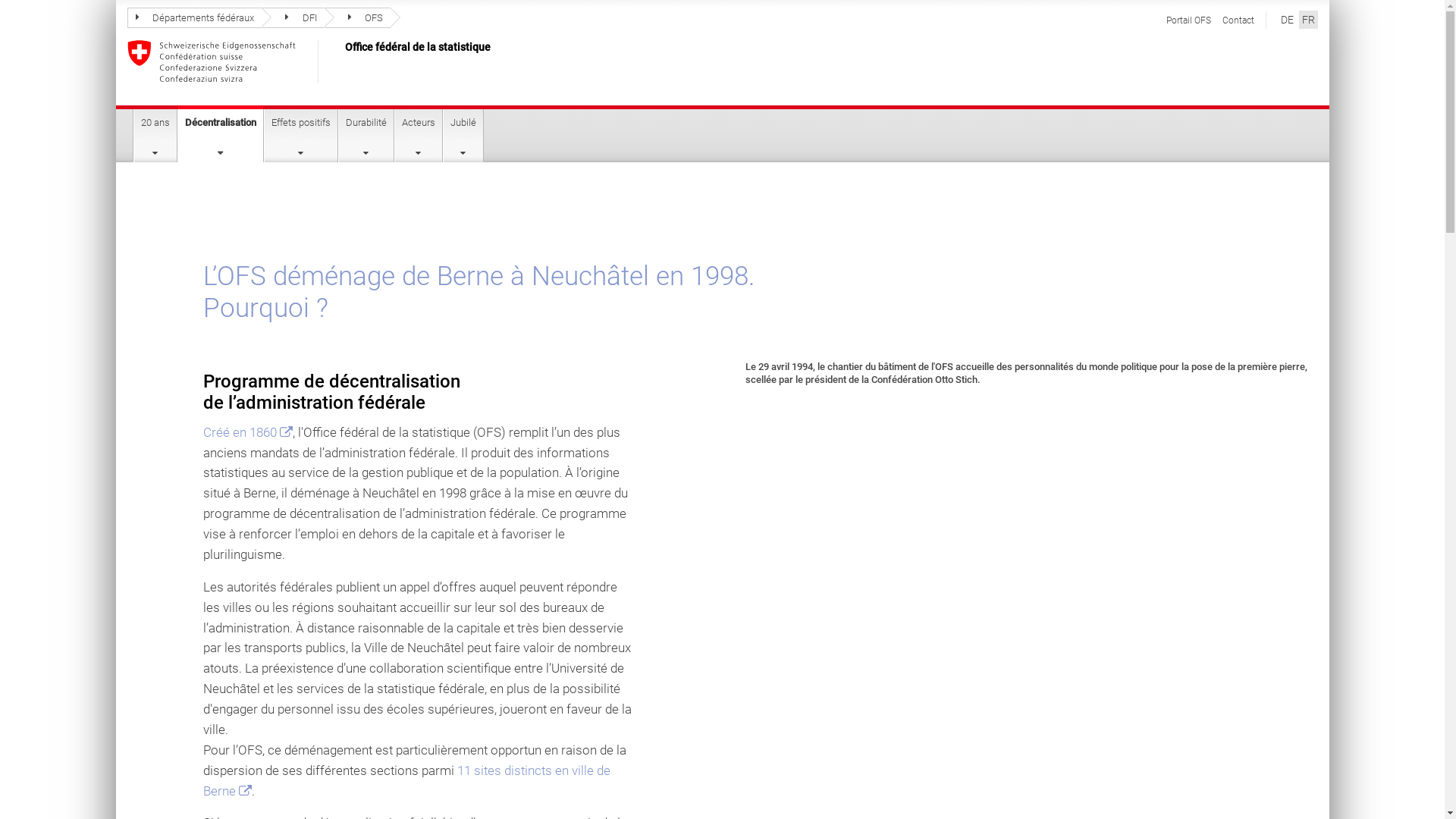 Image resolution: width=1456 pixels, height=819 pixels. I want to click on 'OFS', so click(323, 17).